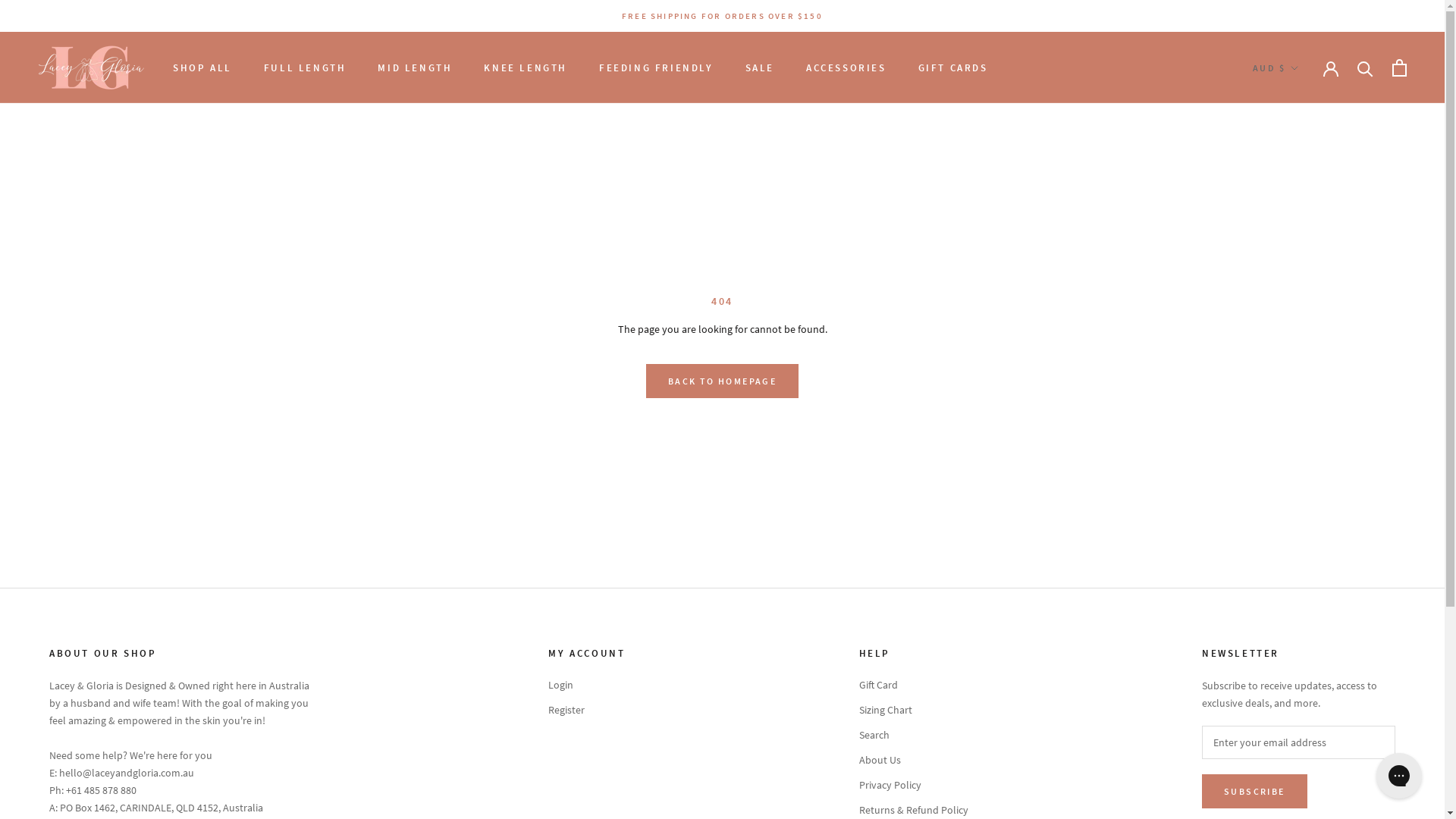 This screenshot has width=1456, height=819. Describe the element at coordinates (525, 67) in the screenshot. I see `'KNEE LENGTH` at that location.